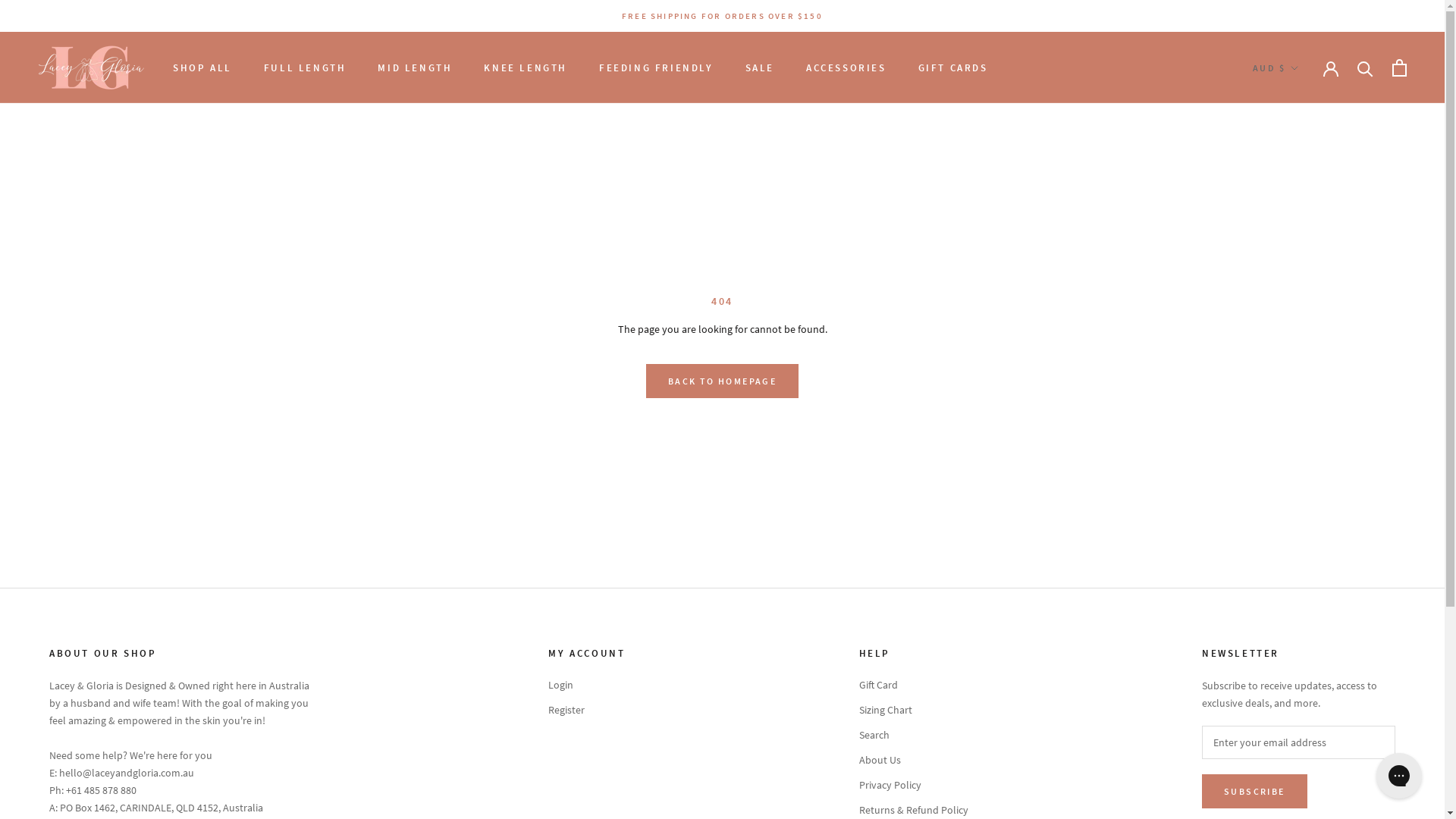 This screenshot has width=1456, height=819. Describe the element at coordinates (525, 67) in the screenshot. I see `'KNEE LENGTH` at that location.